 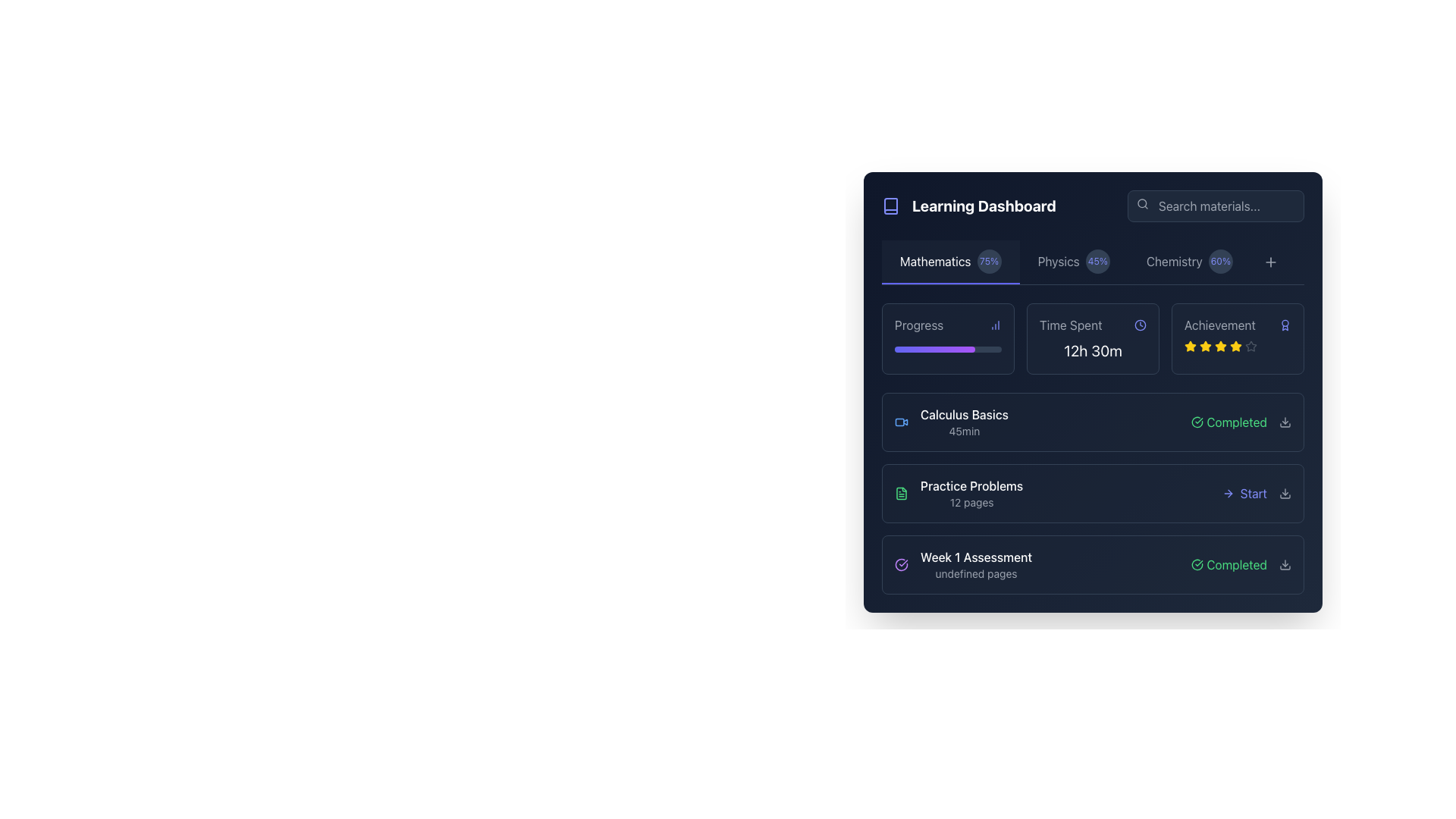 I want to click on the position of the text label displaying 'Week 1 Assessment', which is styled in a medium-weight font with white color against a dark background, located at the top of the group in the 'Learning Dashboard' section, so click(x=976, y=557).